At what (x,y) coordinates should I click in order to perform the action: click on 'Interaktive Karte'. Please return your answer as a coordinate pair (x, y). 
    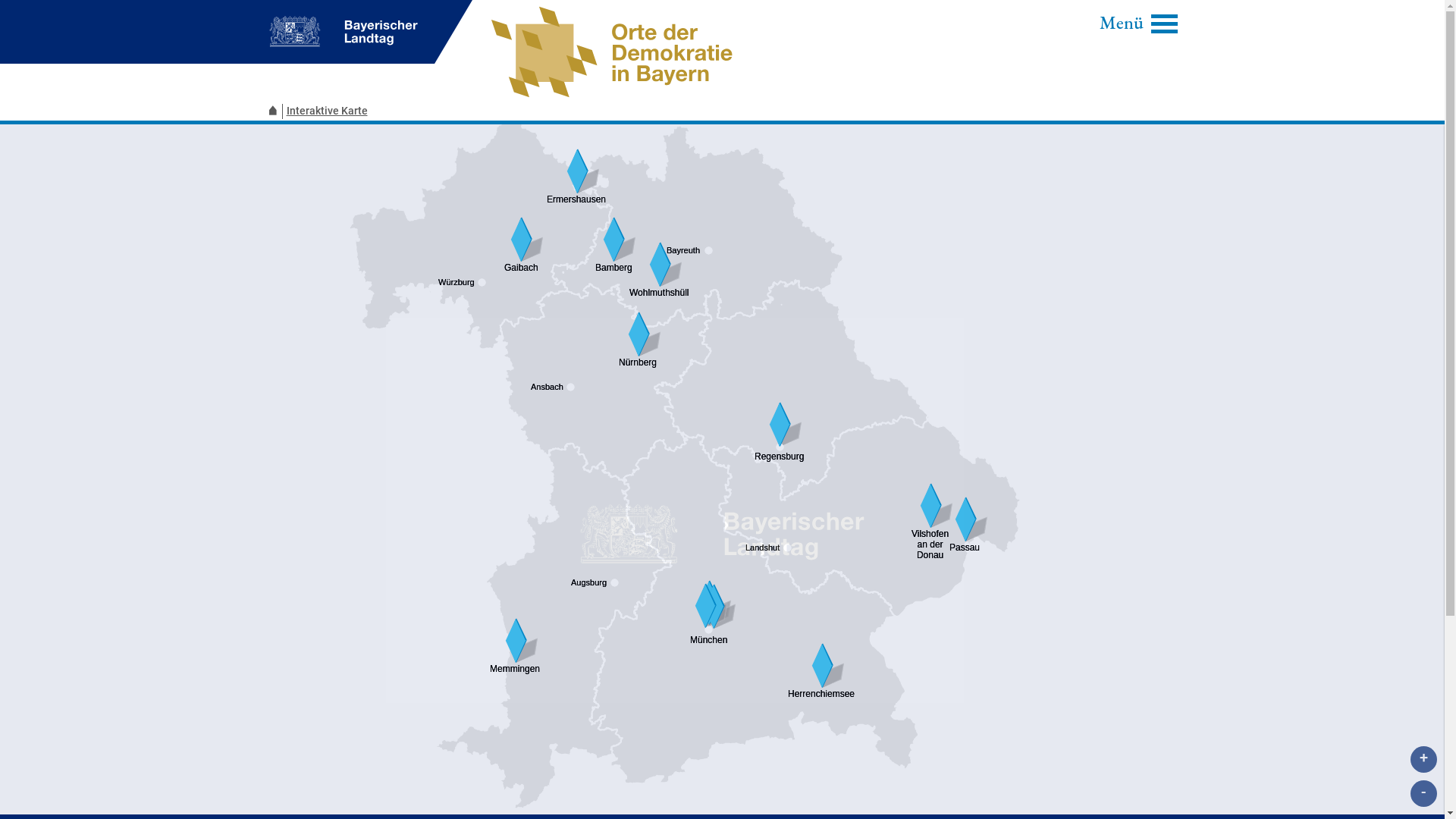
    Looking at the image, I should click on (328, 110).